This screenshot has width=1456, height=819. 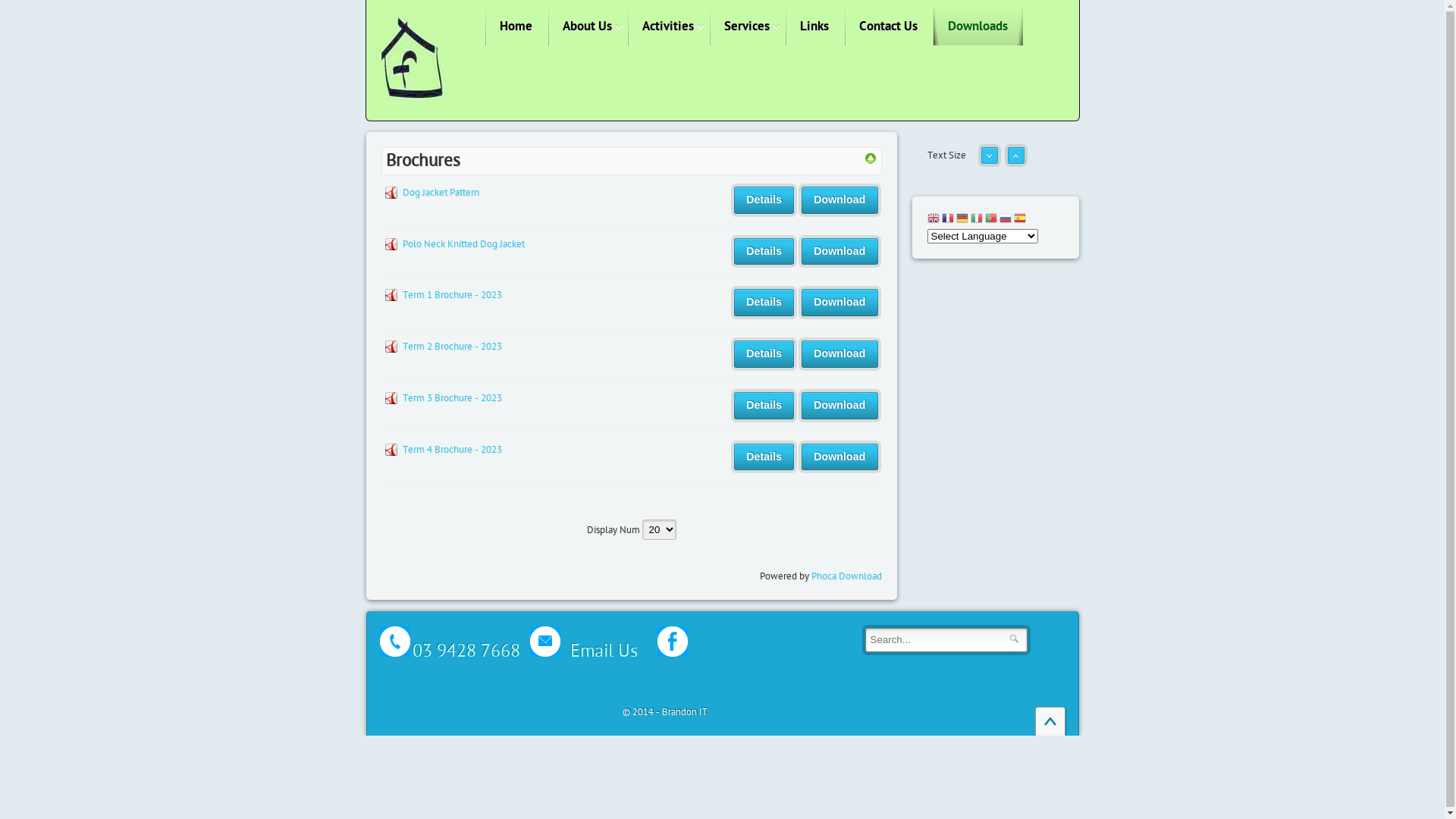 What do you see at coordinates (1019, 219) in the screenshot?
I see `'Spanish'` at bounding box center [1019, 219].